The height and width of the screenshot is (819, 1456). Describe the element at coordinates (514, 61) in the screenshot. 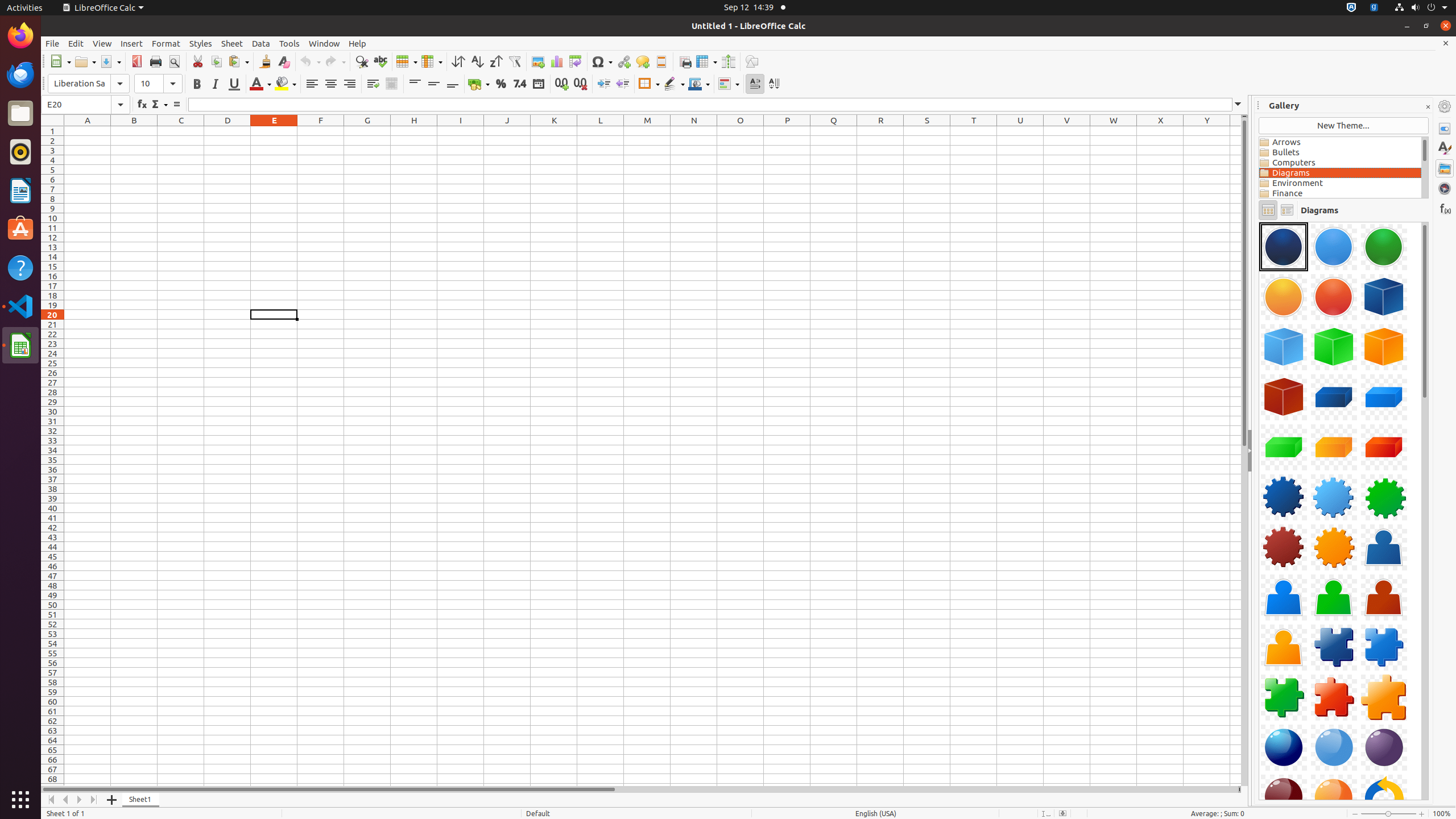

I see `'AutoFilter'` at that location.